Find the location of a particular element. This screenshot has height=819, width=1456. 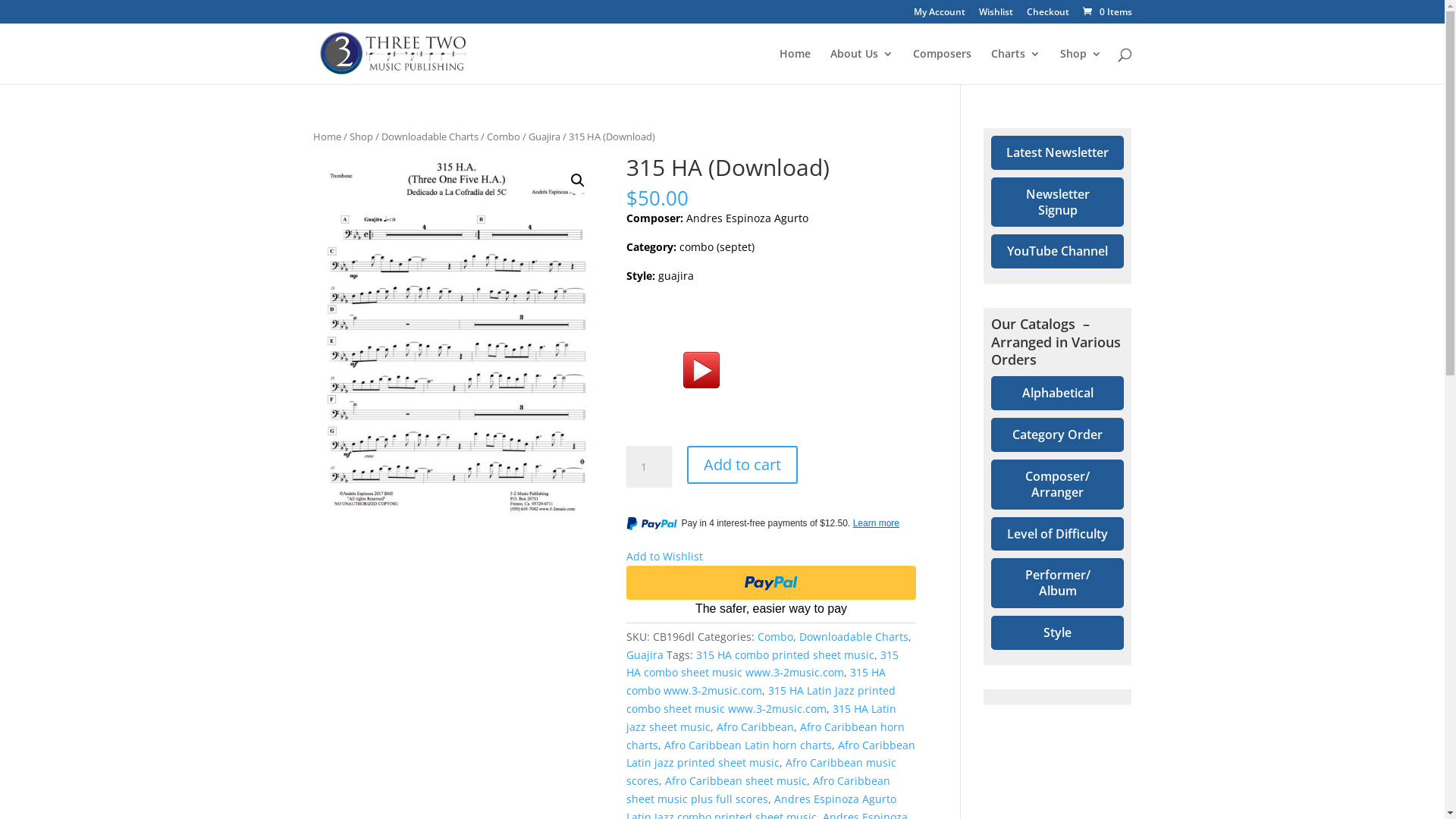

'Afro Caribbean sheet music' is located at coordinates (736, 780).